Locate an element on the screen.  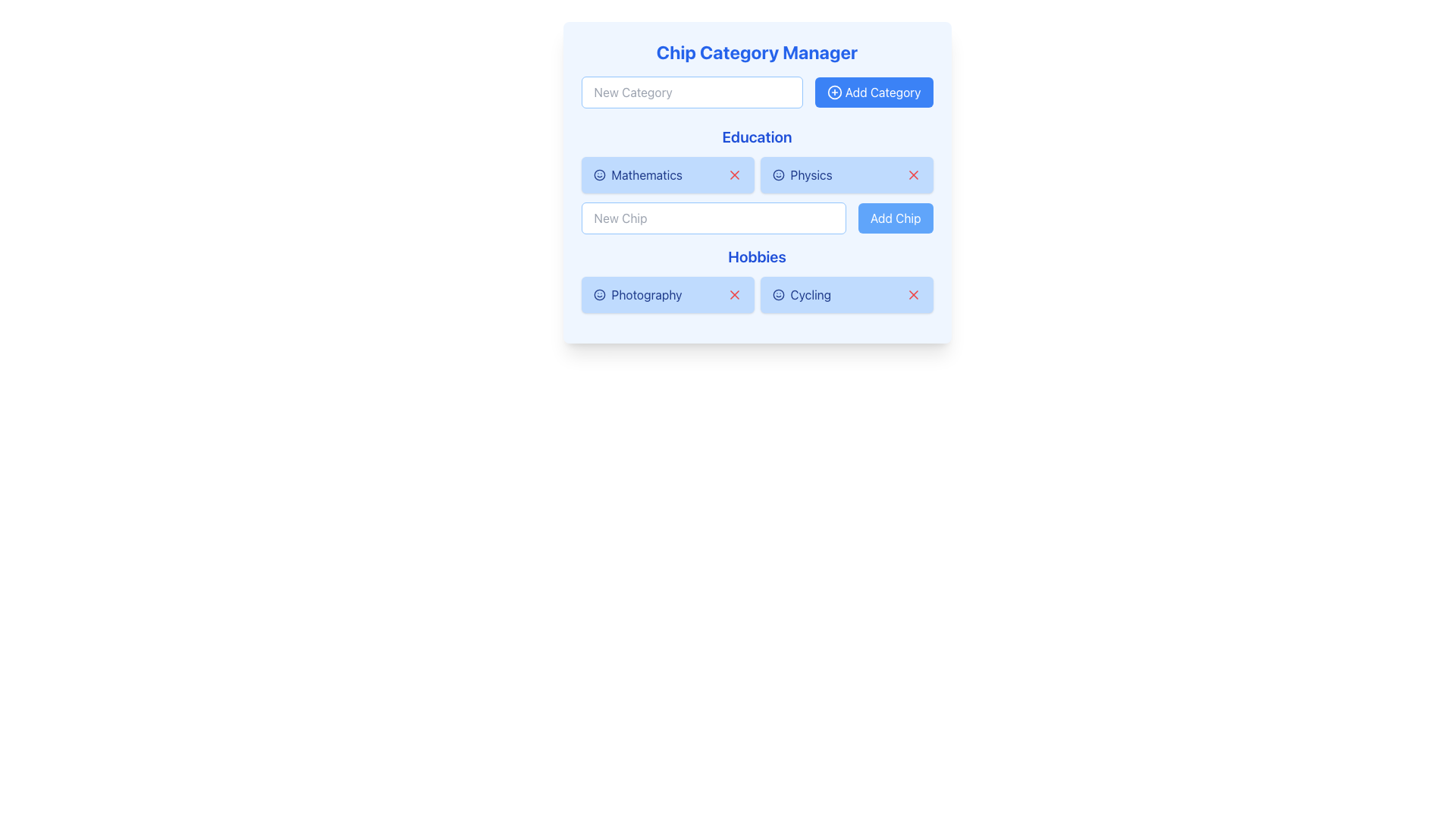
the red 'X' icon button is located at coordinates (734, 295).